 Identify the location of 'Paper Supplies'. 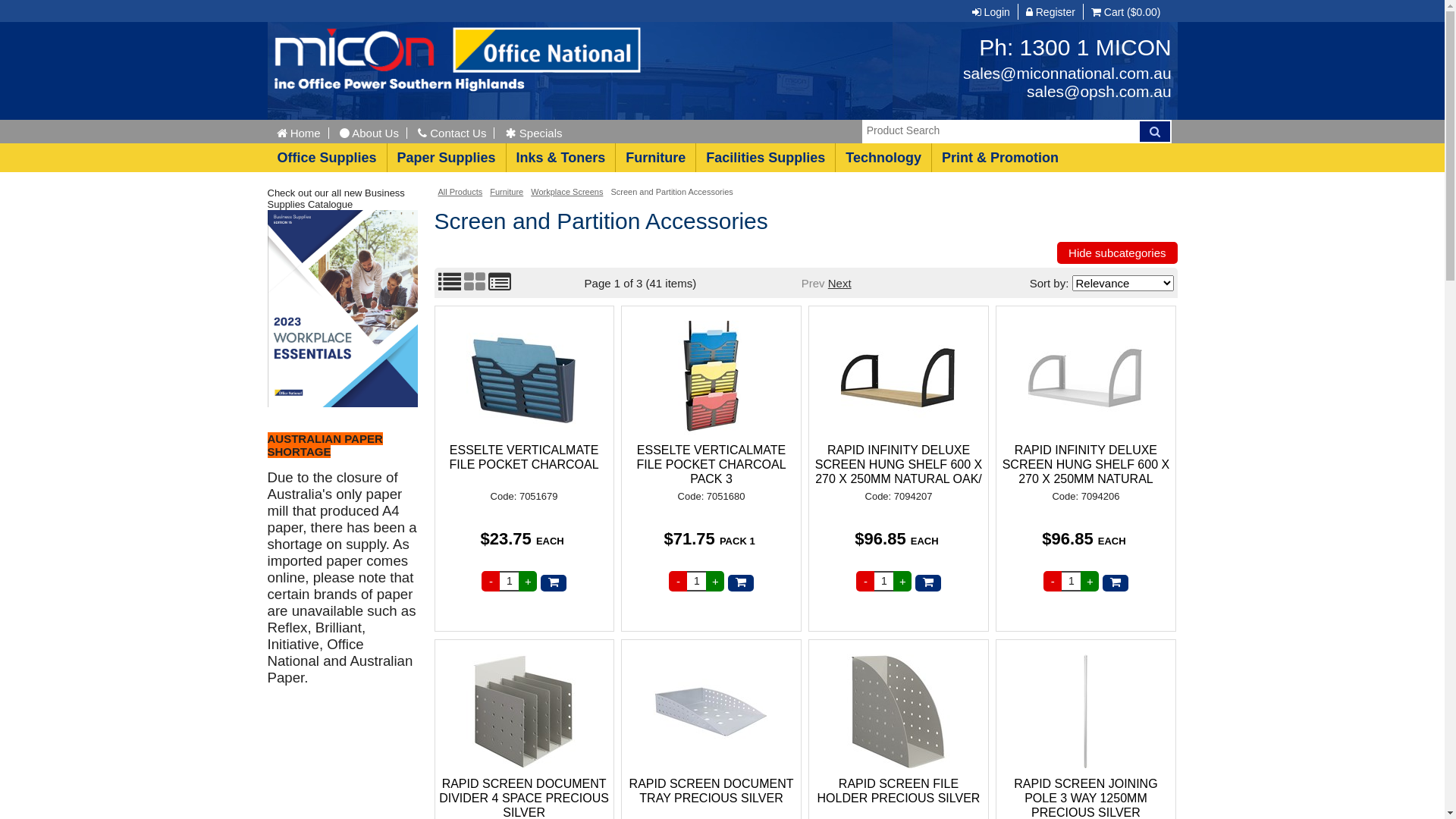
(445, 158).